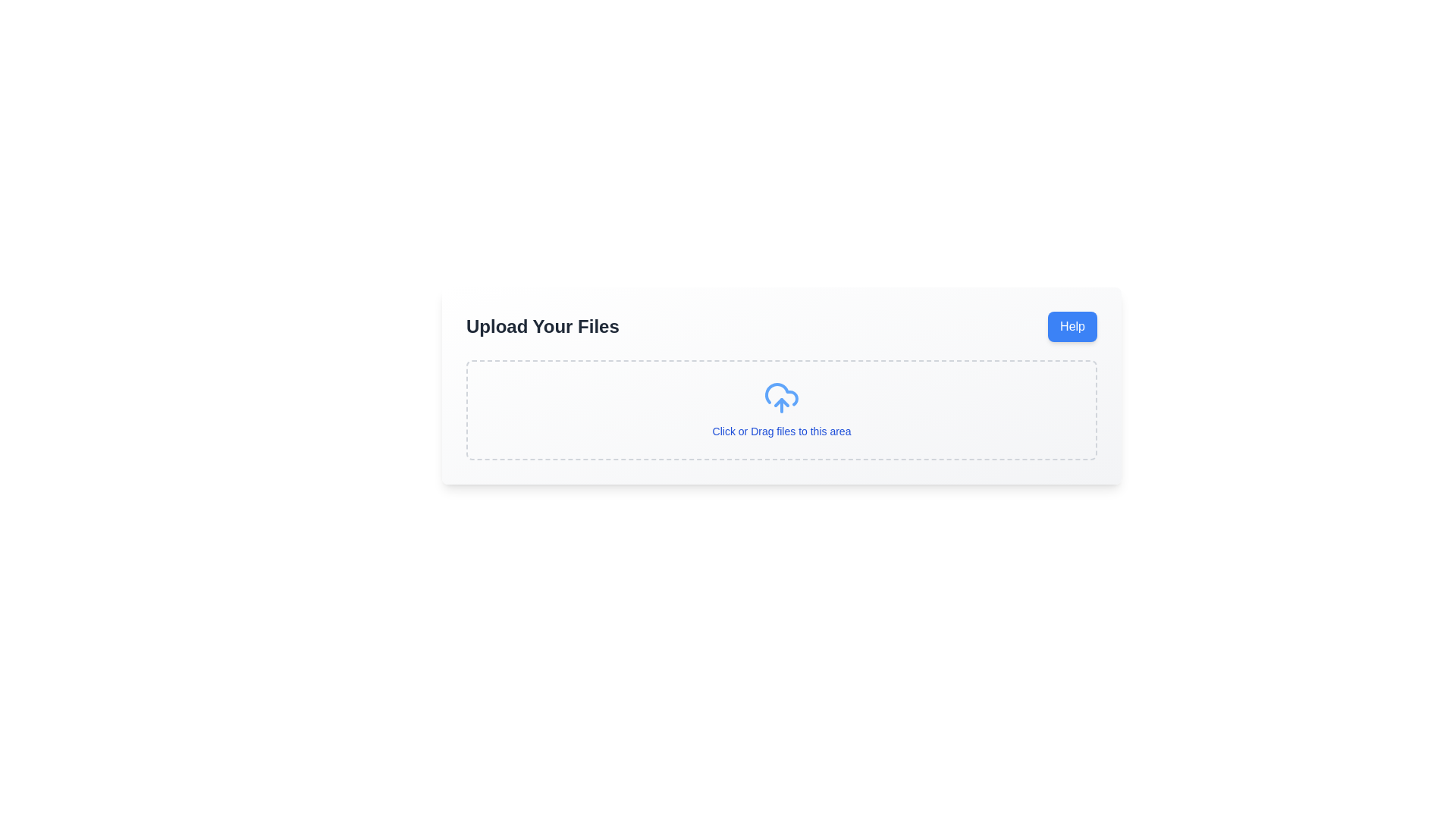  I want to click on the central textual instruction area for file upload, which is visually indicated by an associated graphic symbol and is located beneath the 'Upload Your Files' header, so click(782, 409).